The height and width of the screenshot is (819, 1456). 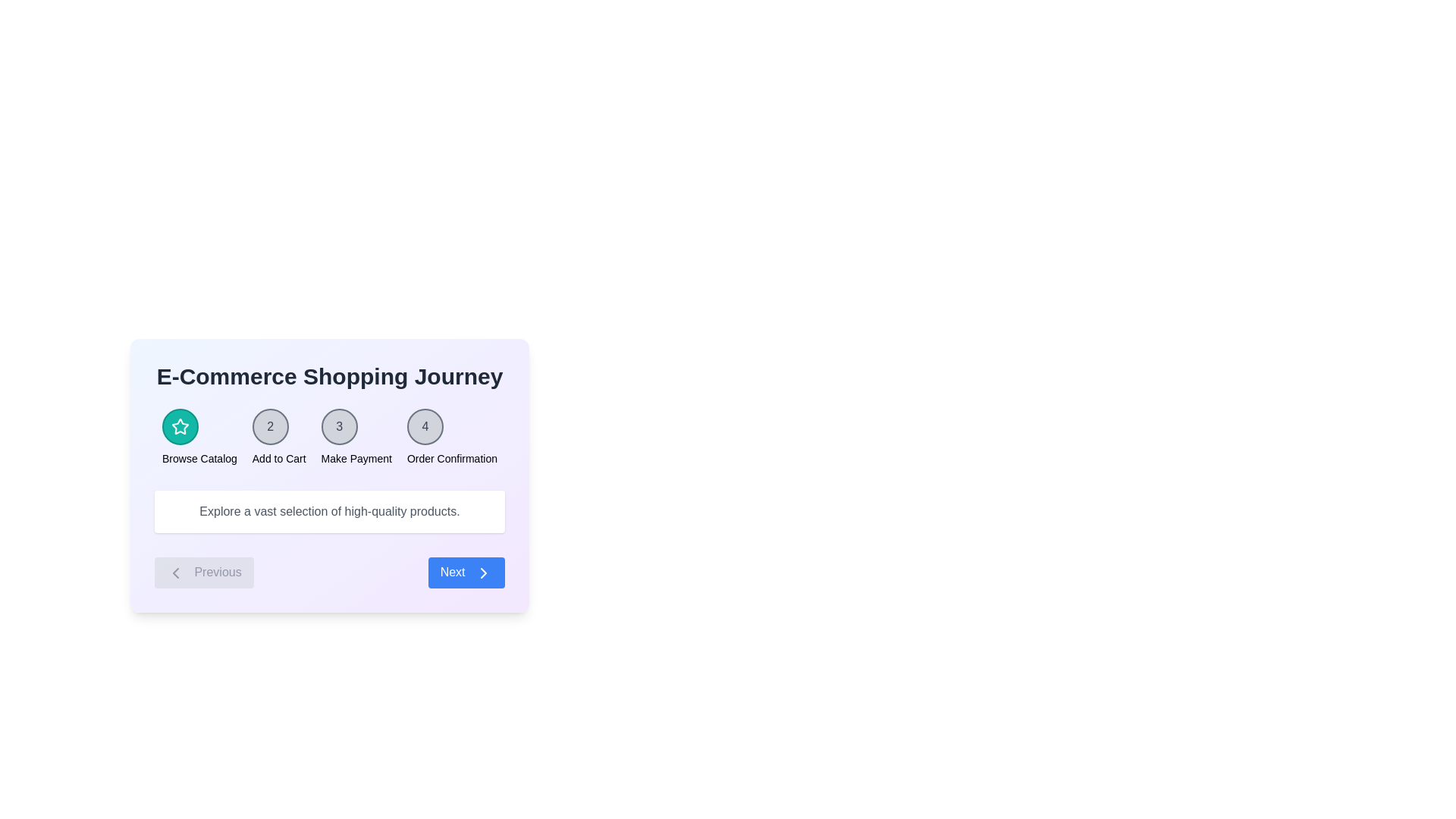 I want to click on the second step indicator component which represents the 'Add to Cart' step in the e-commerce workflow, so click(x=279, y=438).